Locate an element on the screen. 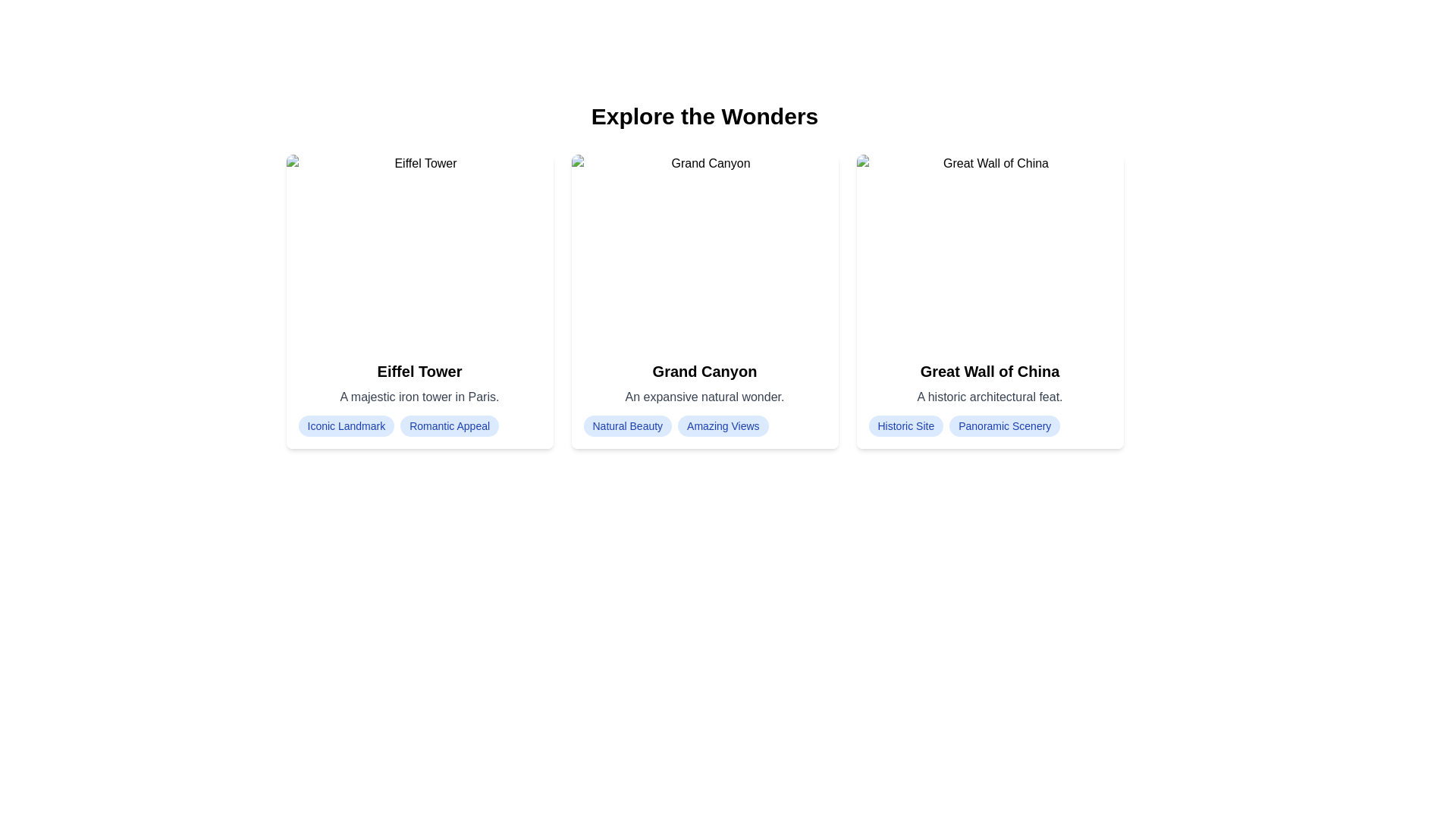  the tag group located within the 'Eiffel Tower' card, beneath the description 'A majestic iron tower in Paris.' is located at coordinates (419, 426).